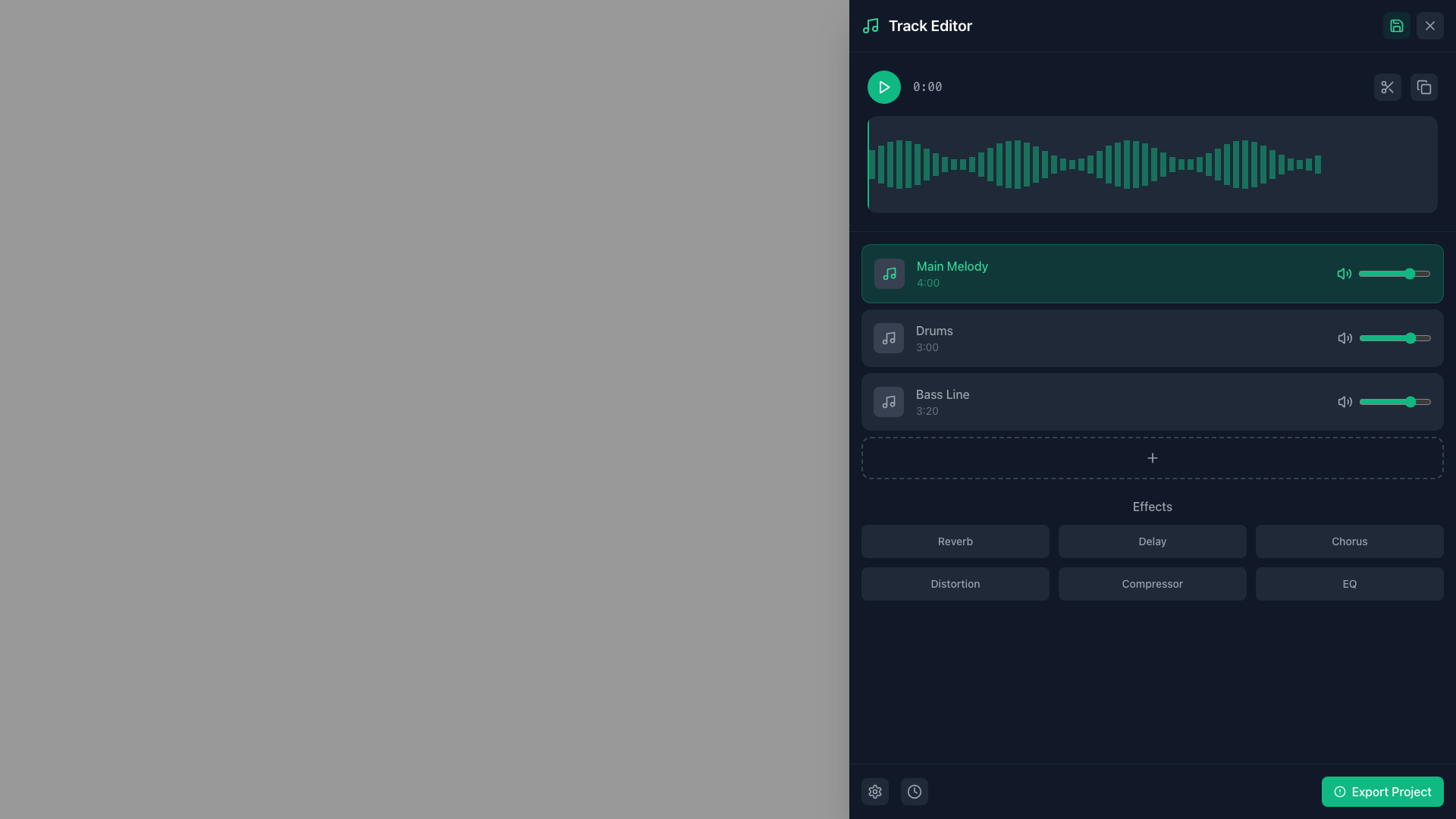  Describe the element at coordinates (1404, 87) in the screenshot. I see `the rightmost button in the top-right corner of the central interaction panel` at that location.